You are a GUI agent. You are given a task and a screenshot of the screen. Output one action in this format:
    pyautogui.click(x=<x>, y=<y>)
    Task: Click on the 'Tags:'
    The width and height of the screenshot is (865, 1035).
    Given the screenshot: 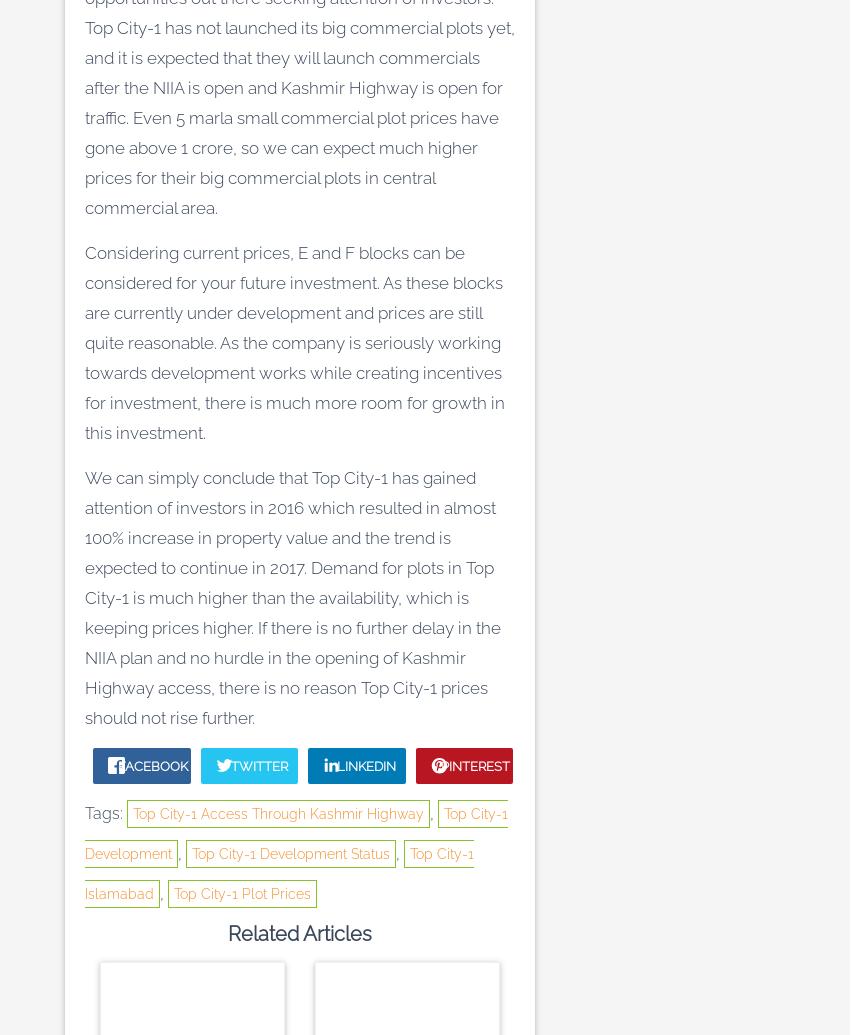 What is the action you would take?
    pyautogui.click(x=85, y=812)
    